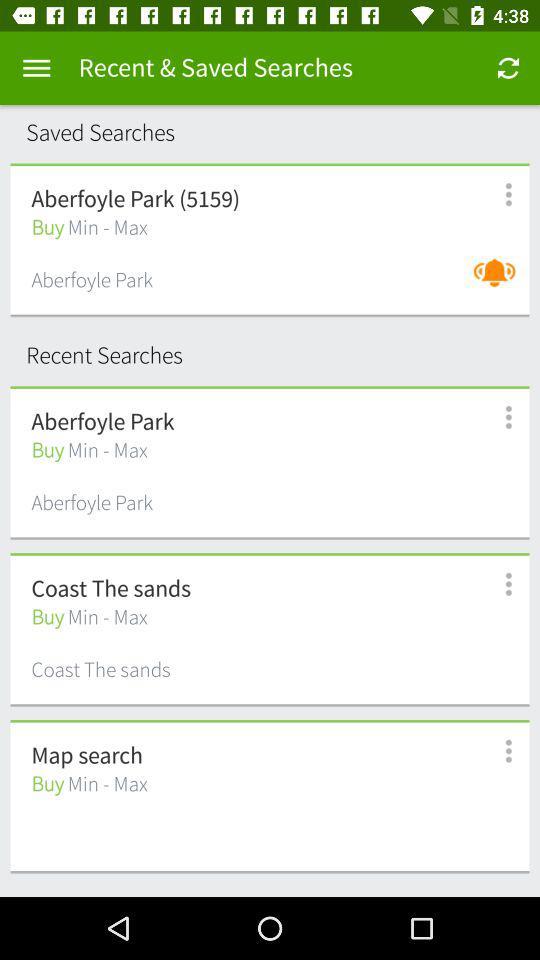  Describe the element at coordinates (86, 755) in the screenshot. I see `icon above buy min - max icon` at that location.